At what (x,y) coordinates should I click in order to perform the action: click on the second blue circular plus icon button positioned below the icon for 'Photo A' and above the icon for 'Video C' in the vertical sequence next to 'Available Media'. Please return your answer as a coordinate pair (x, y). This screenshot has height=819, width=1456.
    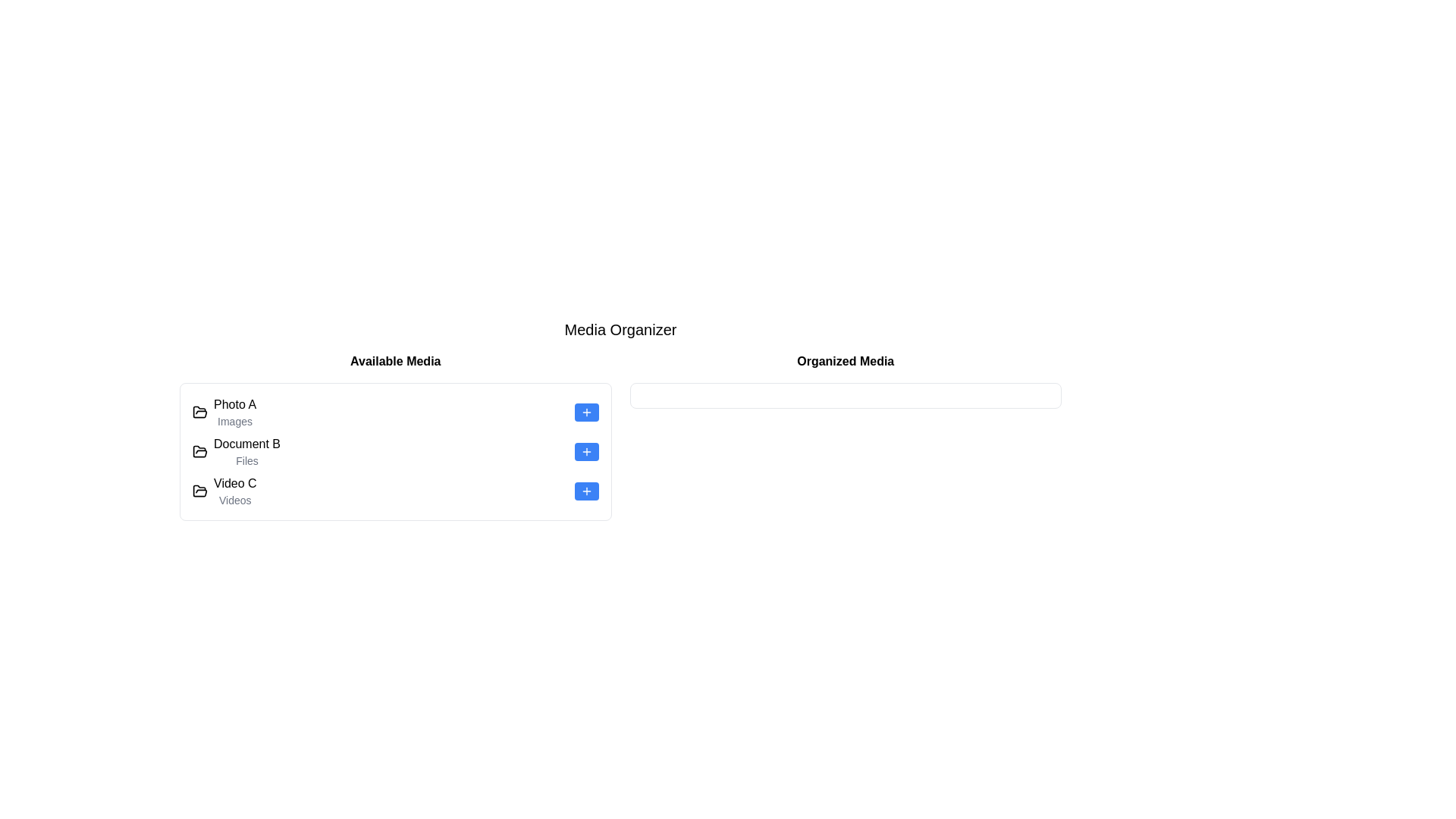
    Looking at the image, I should click on (585, 451).